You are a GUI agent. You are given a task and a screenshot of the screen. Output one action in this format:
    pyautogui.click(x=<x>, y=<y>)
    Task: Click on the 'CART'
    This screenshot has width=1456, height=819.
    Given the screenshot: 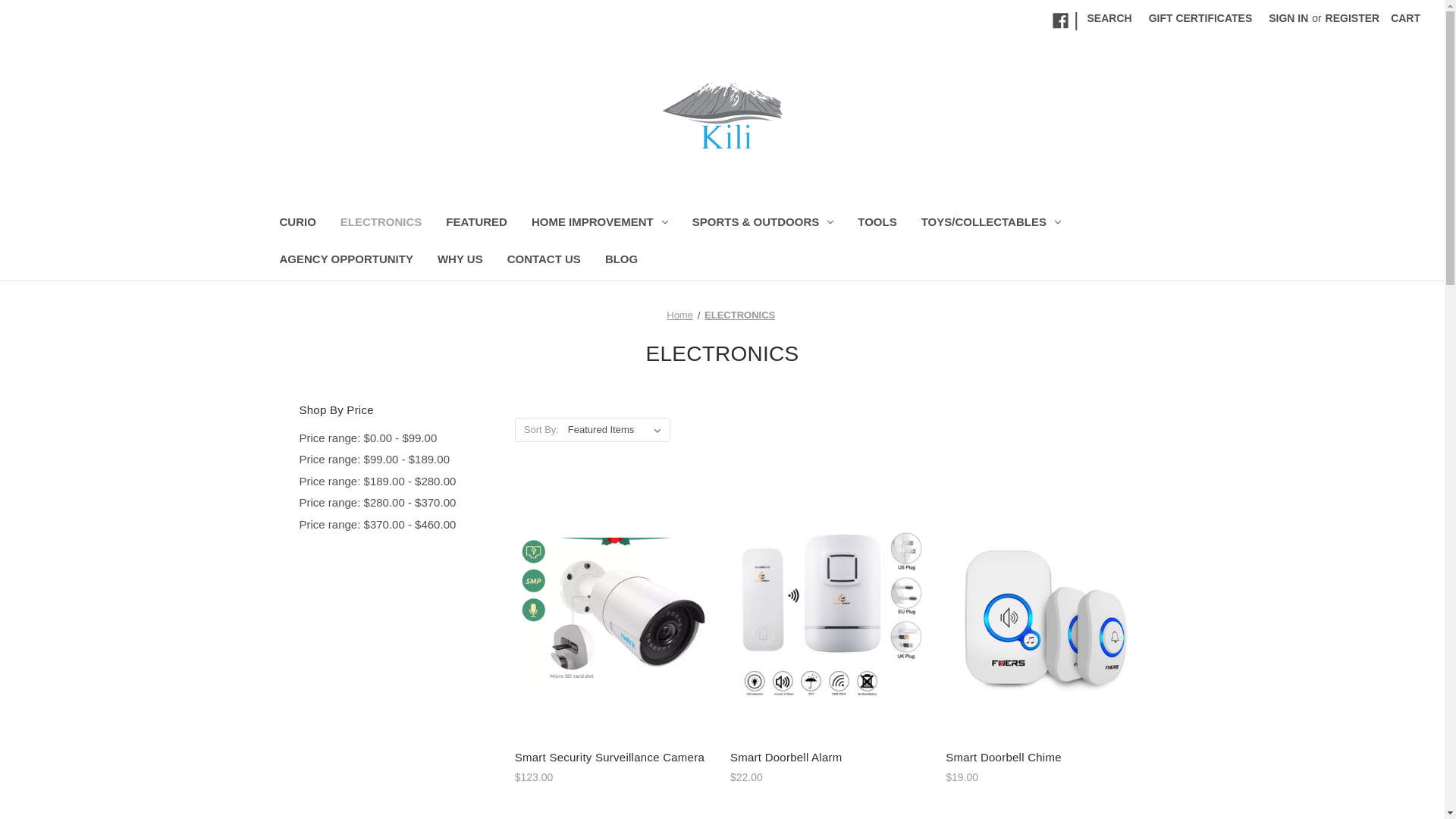 What is the action you would take?
    pyautogui.click(x=1404, y=18)
    